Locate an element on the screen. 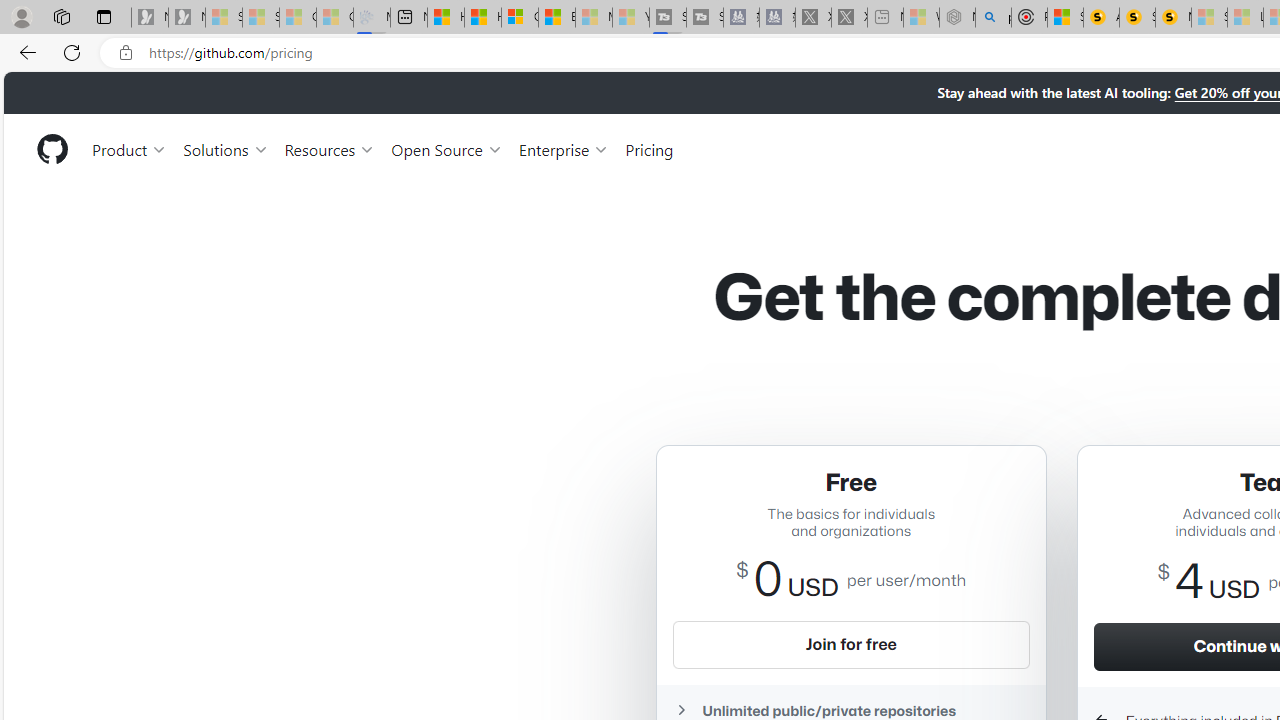 The image size is (1280, 720). 'Open Source' is located at coordinates (445, 148).